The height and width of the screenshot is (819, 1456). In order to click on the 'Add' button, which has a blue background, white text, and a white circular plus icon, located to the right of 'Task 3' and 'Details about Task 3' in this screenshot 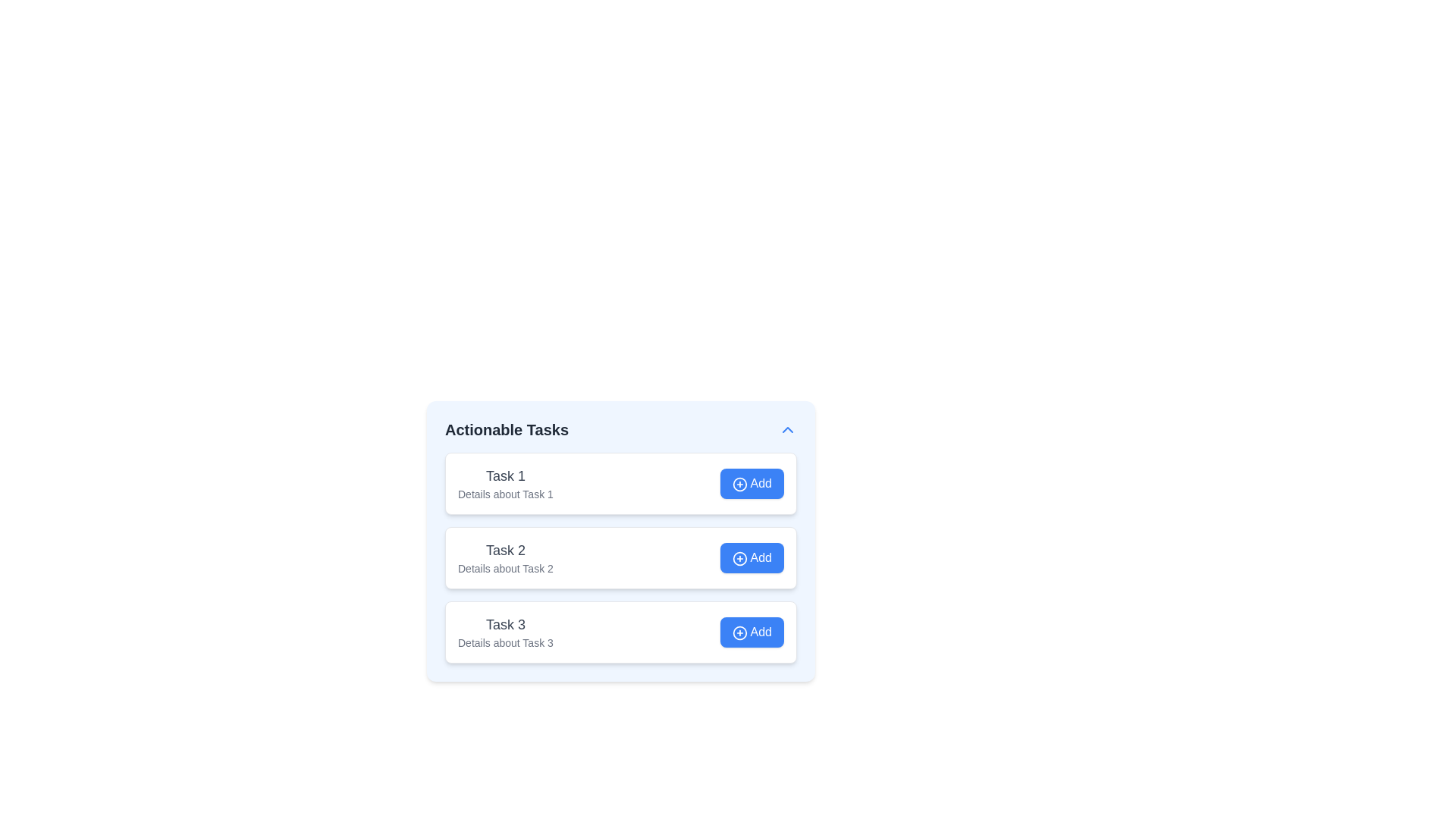, I will do `click(752, 632)`.